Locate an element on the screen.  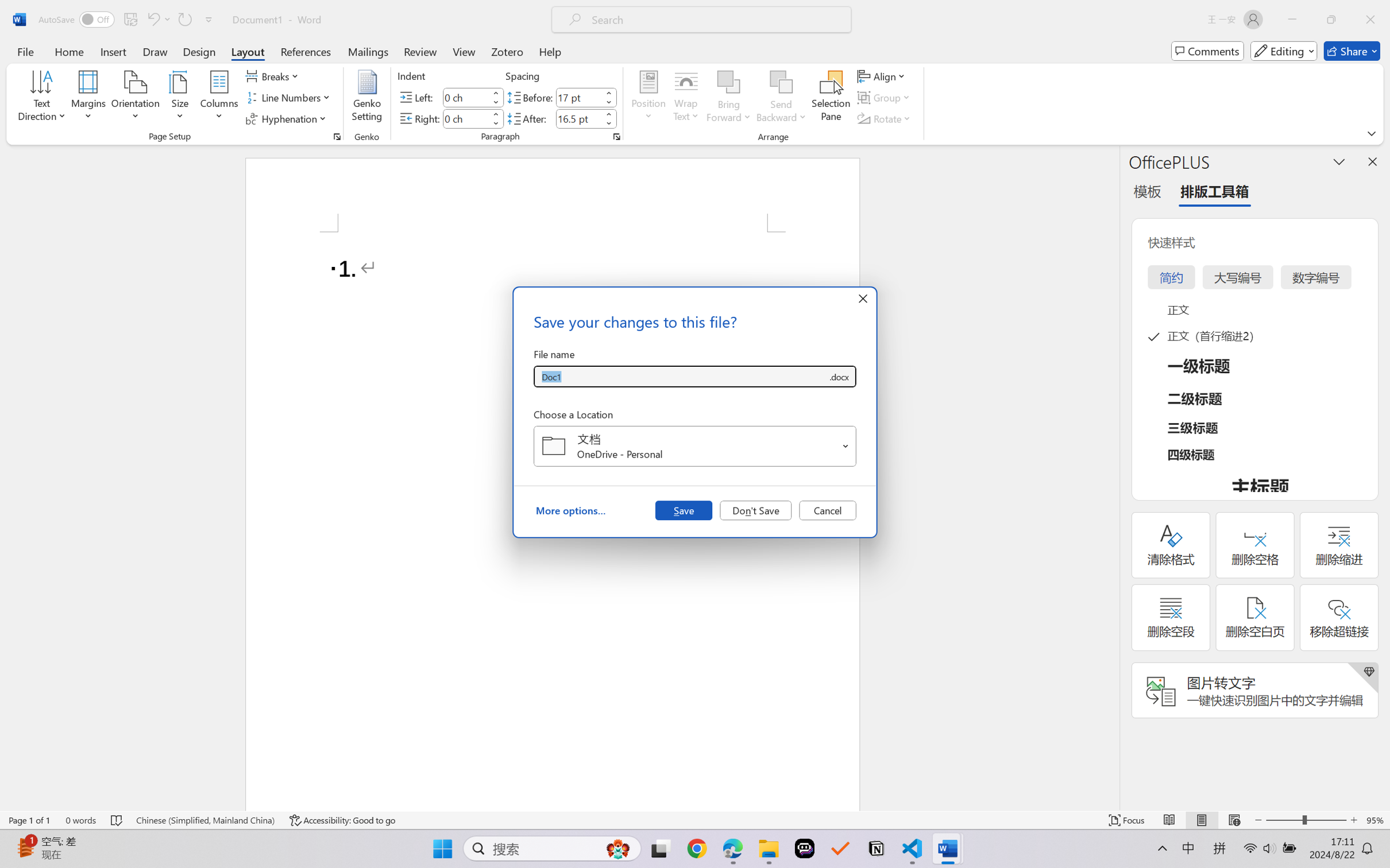
'Send Backward' is located at coordinates (781, 82).